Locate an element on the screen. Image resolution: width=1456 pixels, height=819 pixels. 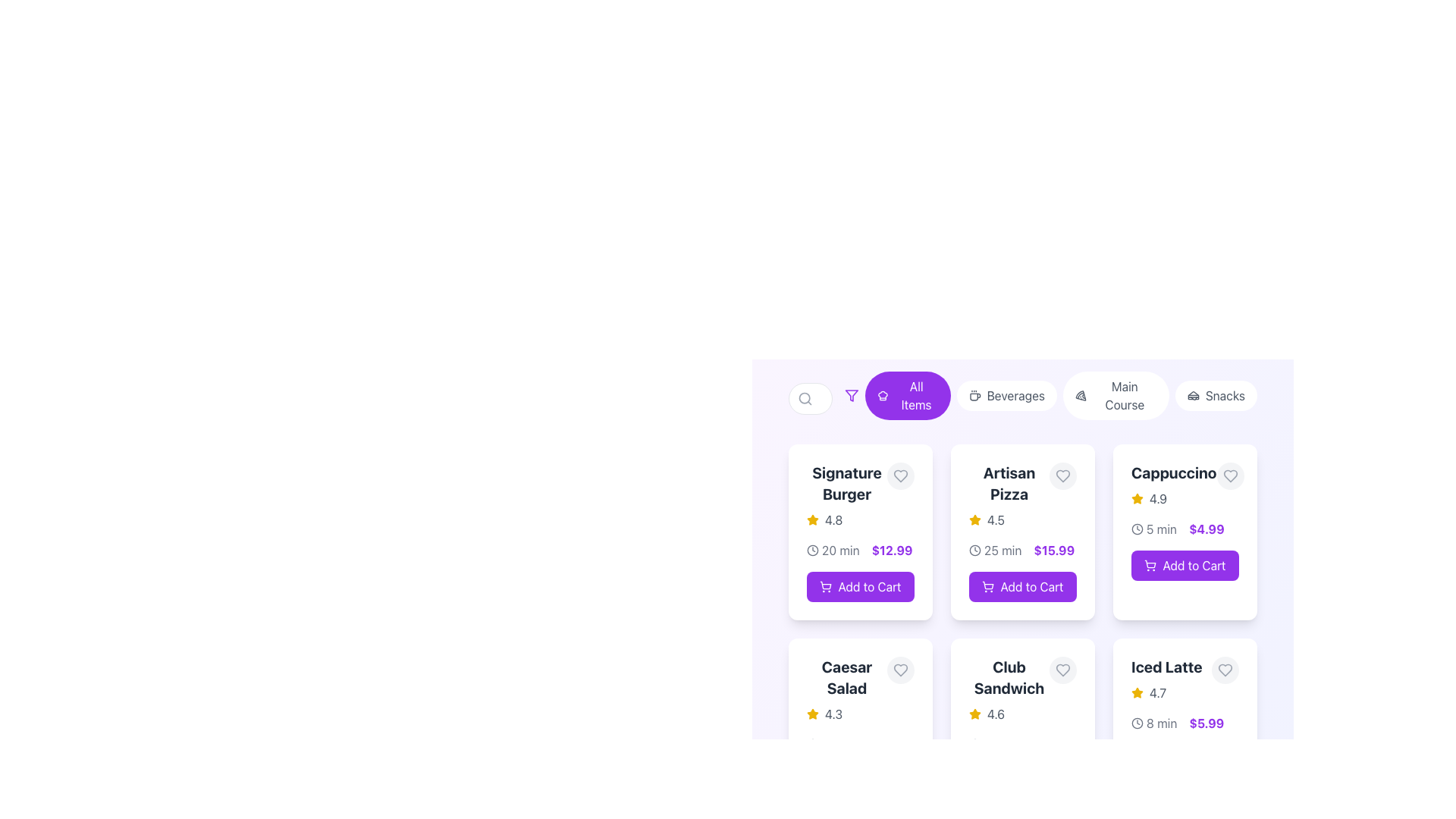
the yellow star-shaped icon indicating rating or feedback, located in the second row, first column of the grid of items is located at coordinates (811, 519).